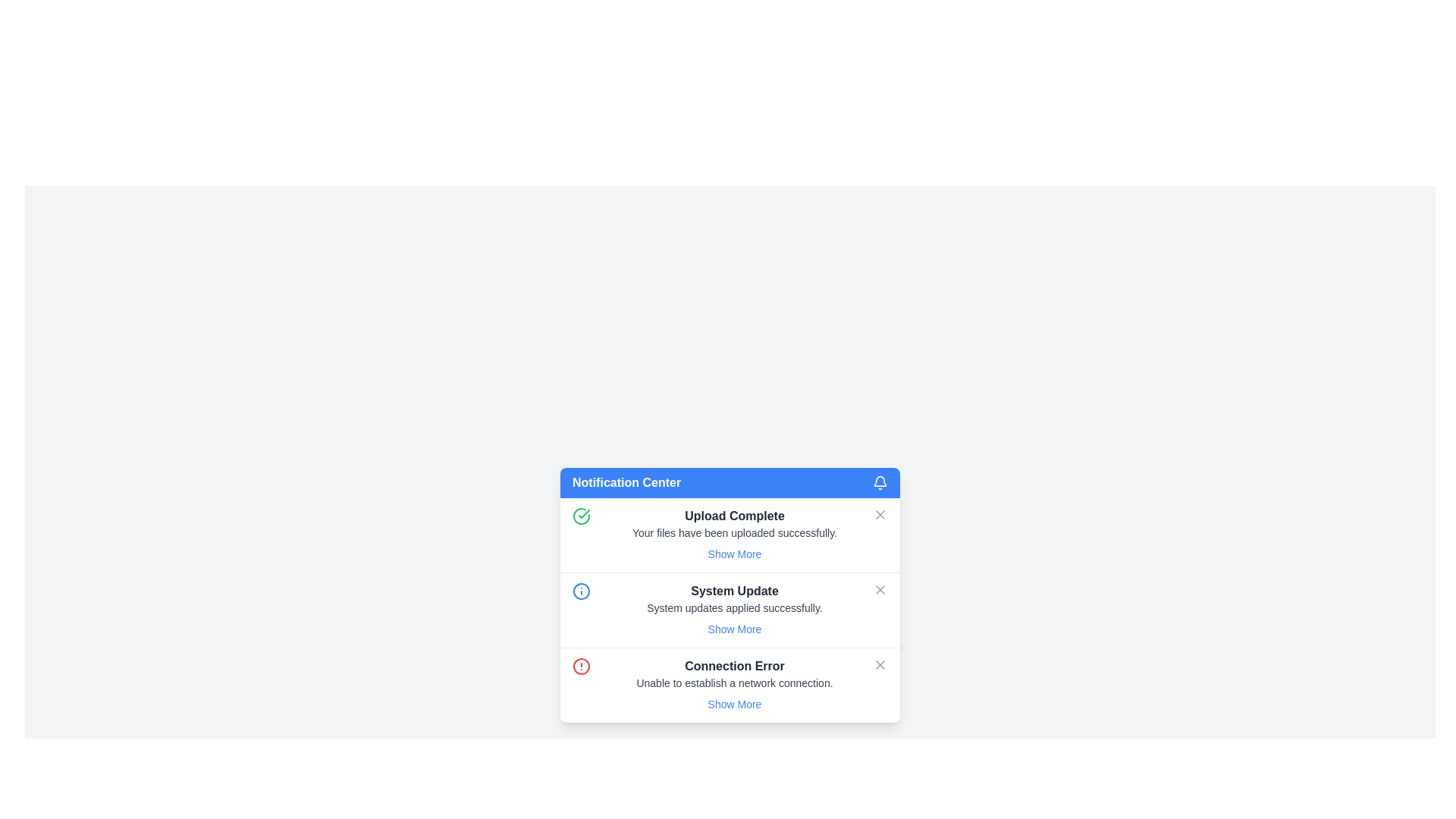  What do you see at coordinates (626, 482) in the screenshot?
I see `the 'Notification Center' text label which is displayed in bold on a blue background, located in the notification header, to the left of the bell icon` at bounding box center [626, 482].